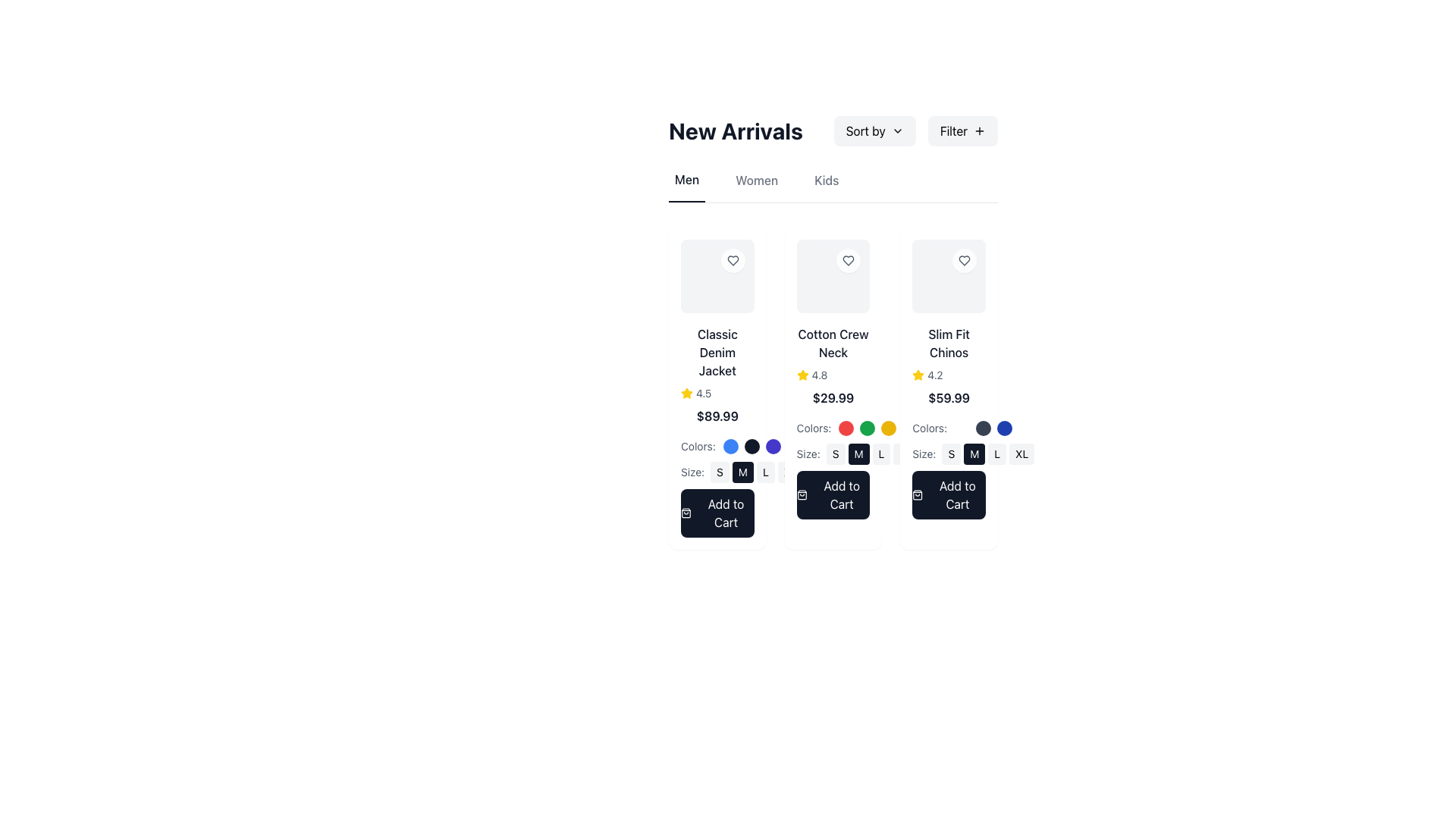 This screenshot has width=1456, height=819. I want to click on the 'Add to Cart' button with a dark background and white text, located below the product information for 'Slim Fit Chinos', so click(948, 494).